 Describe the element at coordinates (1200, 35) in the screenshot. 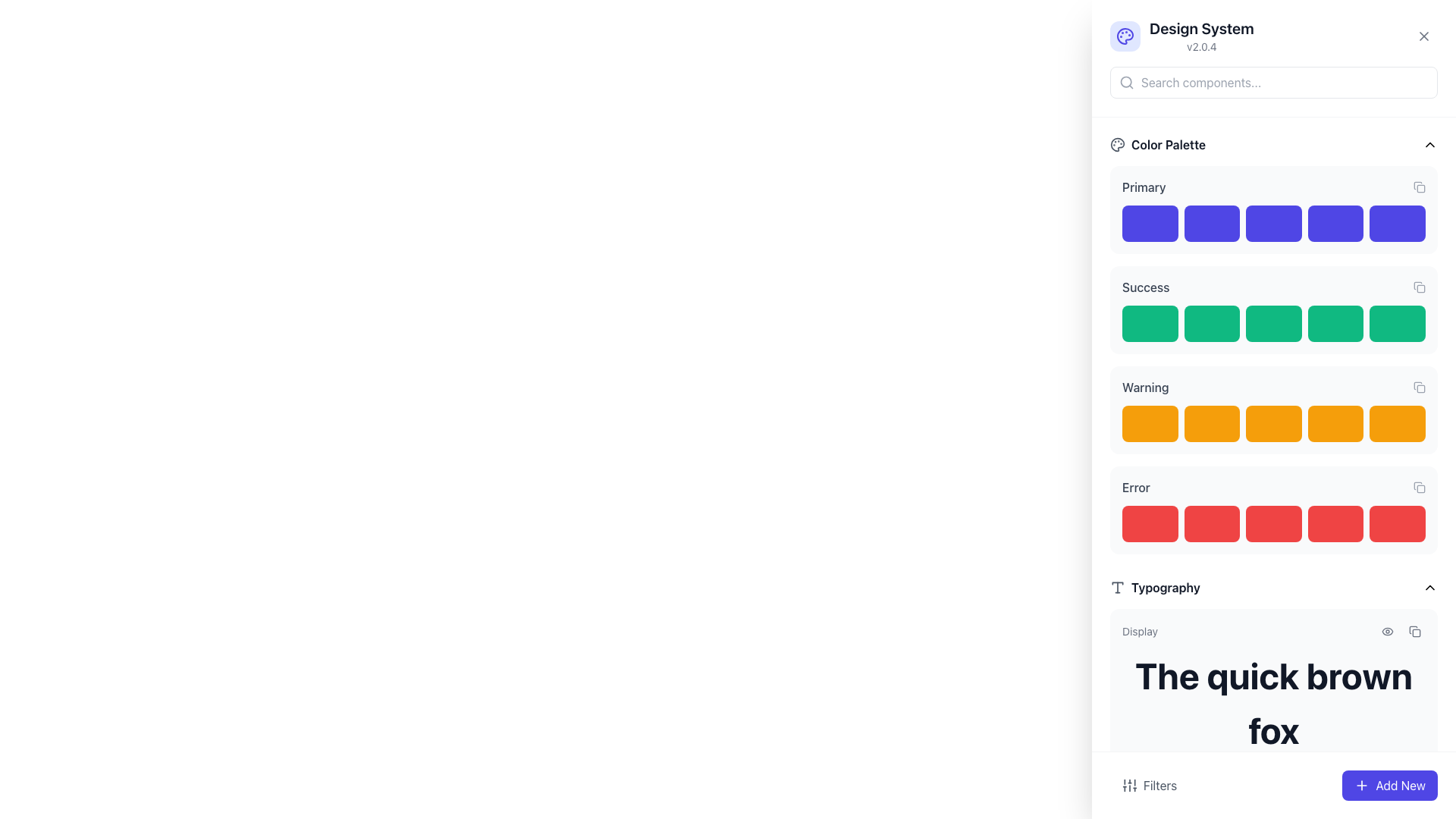

I see `the 'Design System' text label which includes the version information 'v2.0.4' located near the top-right corner of the interface` at that location.